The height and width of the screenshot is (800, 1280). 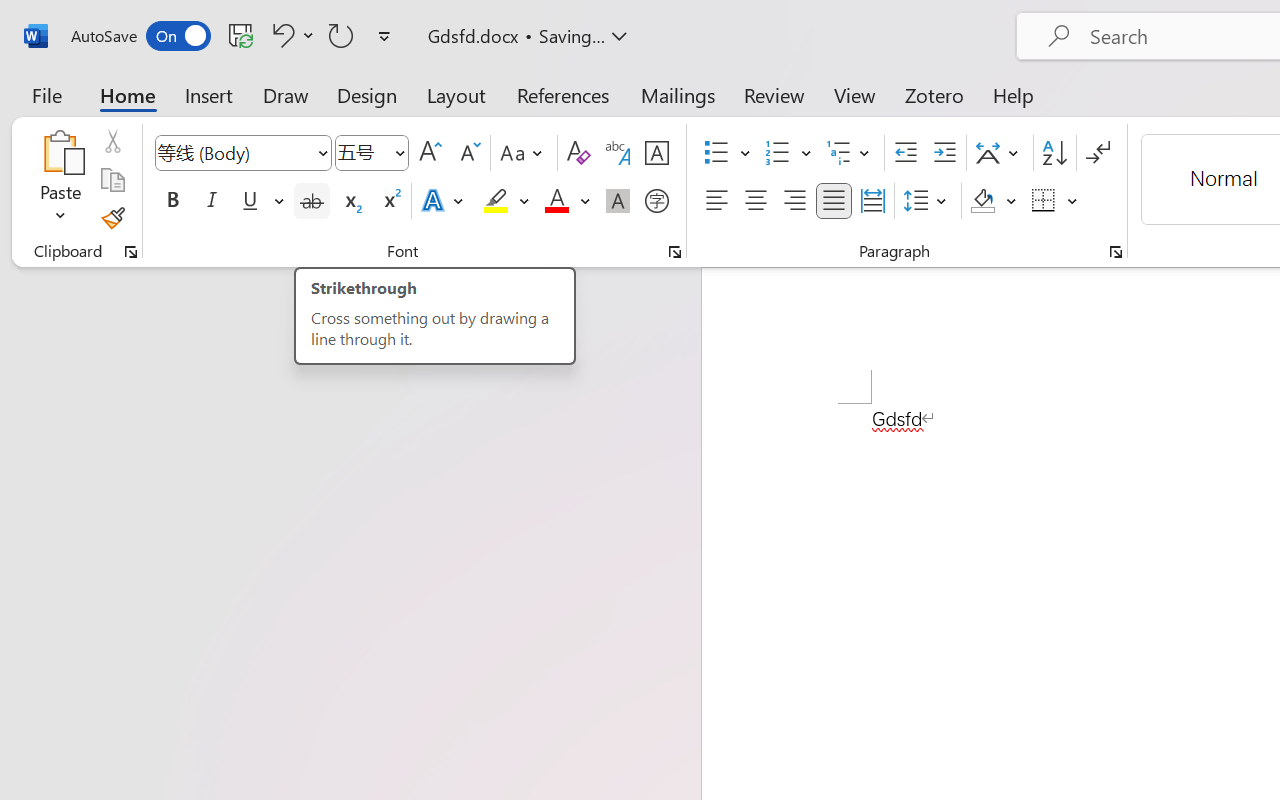 I want to click on 'Grow Font', so click(x=429, y=153).